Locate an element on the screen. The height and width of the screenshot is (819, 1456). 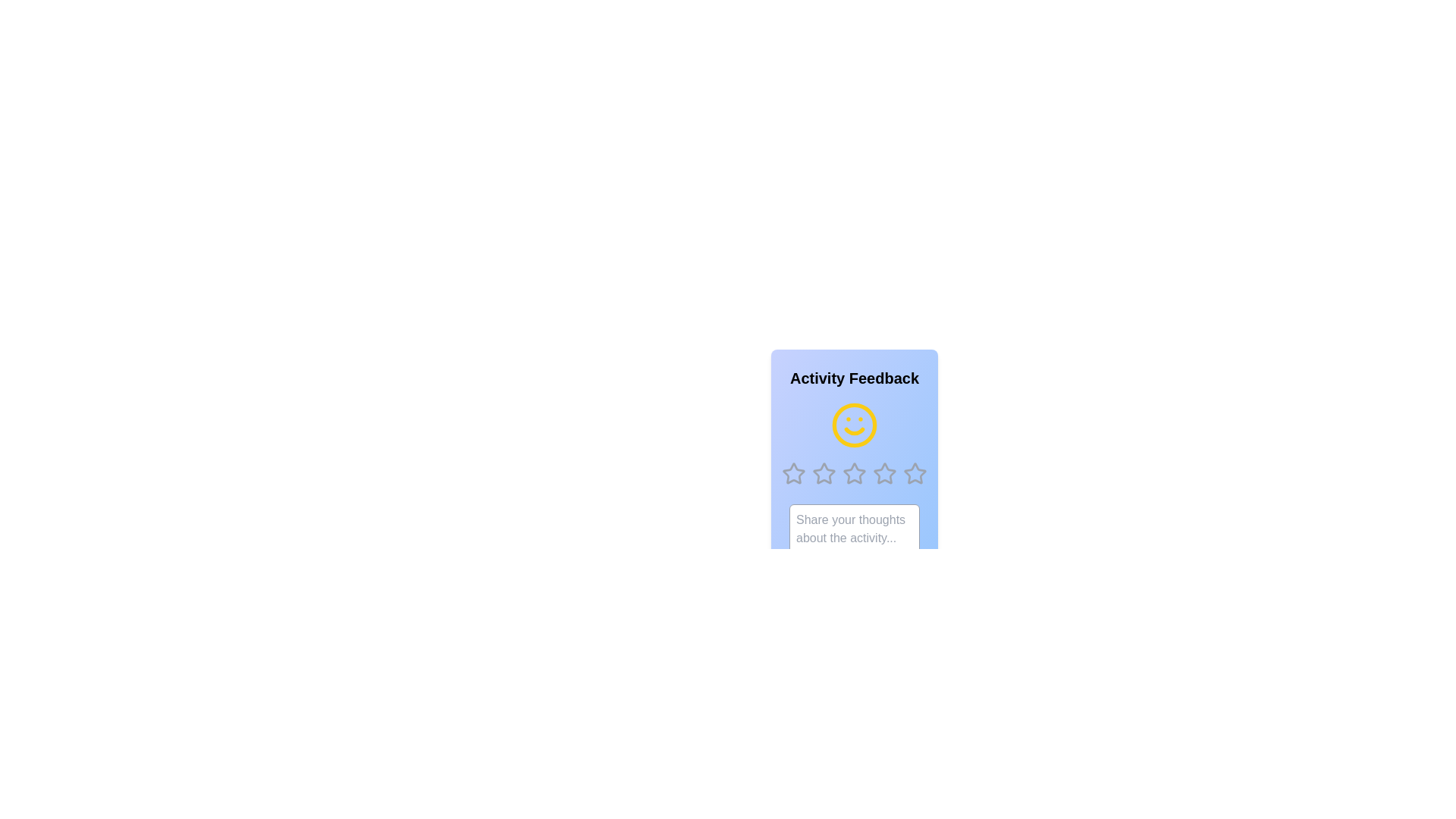
the first star-shaped icon in the rating section is located at coordinates (792, 472).